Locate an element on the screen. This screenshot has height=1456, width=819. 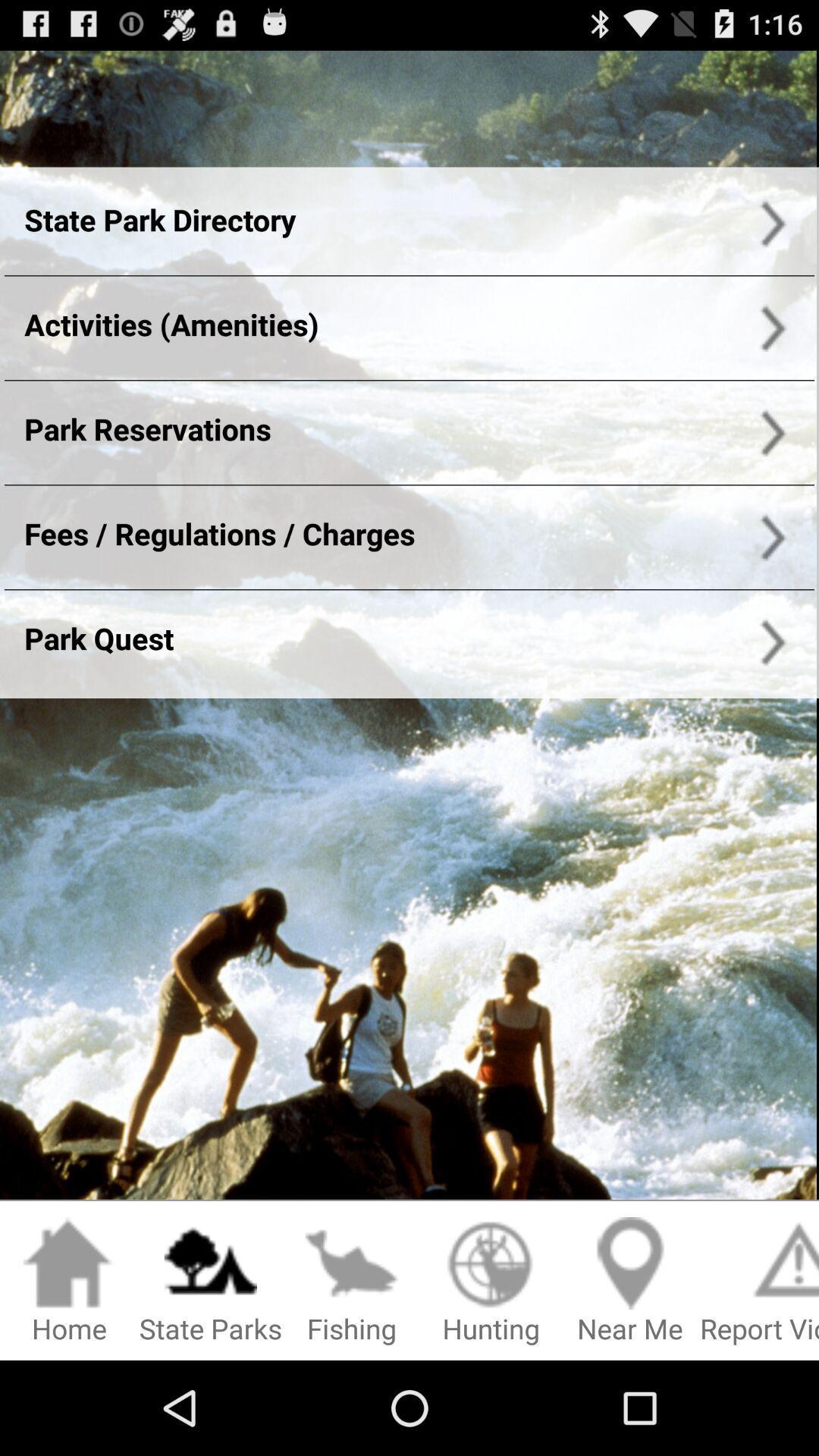
right of charges is located at coordinates (770, 537).